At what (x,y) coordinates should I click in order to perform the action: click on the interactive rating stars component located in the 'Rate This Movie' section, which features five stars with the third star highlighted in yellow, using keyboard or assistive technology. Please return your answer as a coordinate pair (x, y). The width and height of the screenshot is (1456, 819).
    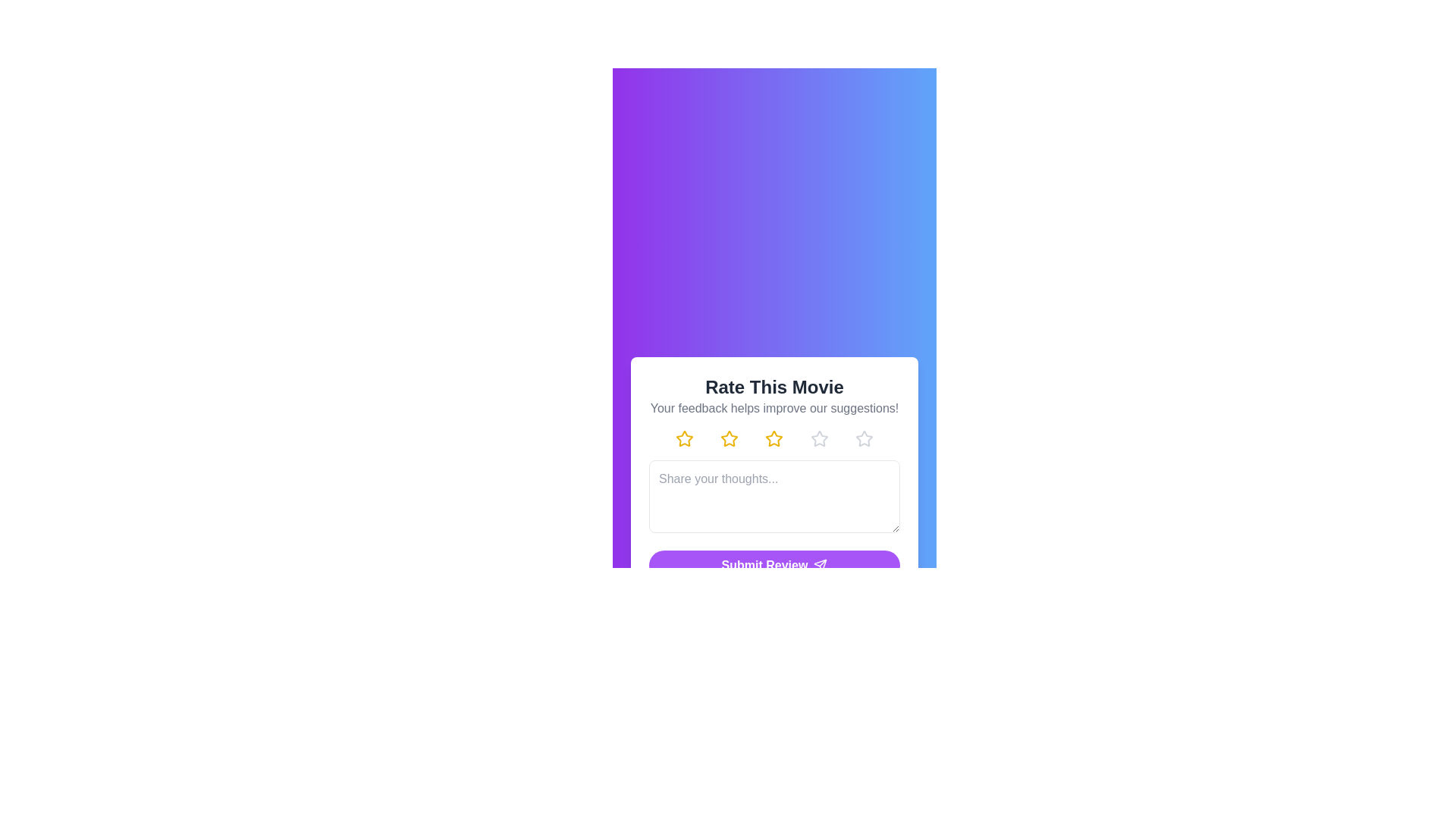
    Looking at the image, I should click on (774, 438).